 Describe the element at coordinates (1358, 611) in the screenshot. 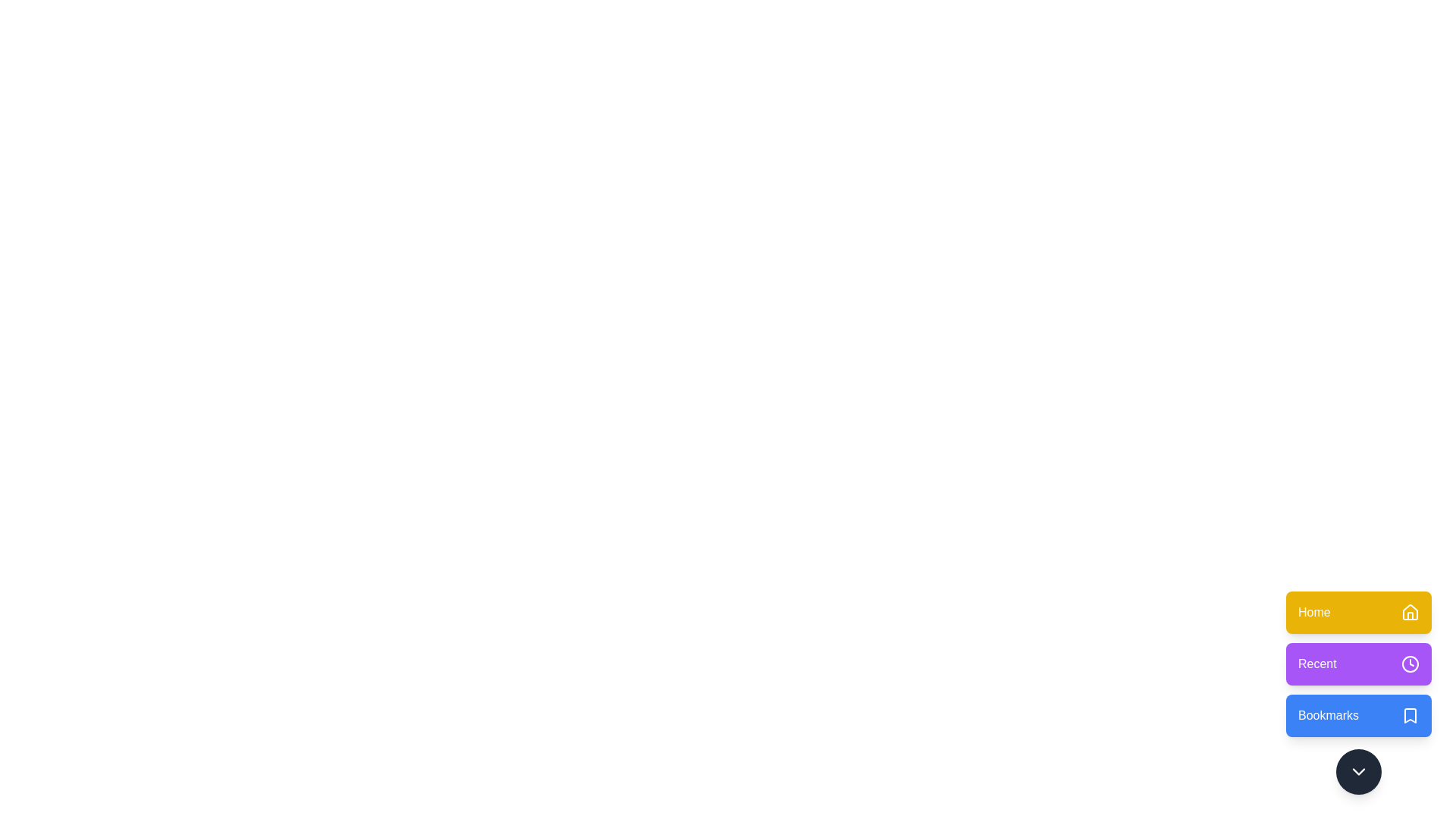

I see `the 'Home' button to activate its function` at that location.